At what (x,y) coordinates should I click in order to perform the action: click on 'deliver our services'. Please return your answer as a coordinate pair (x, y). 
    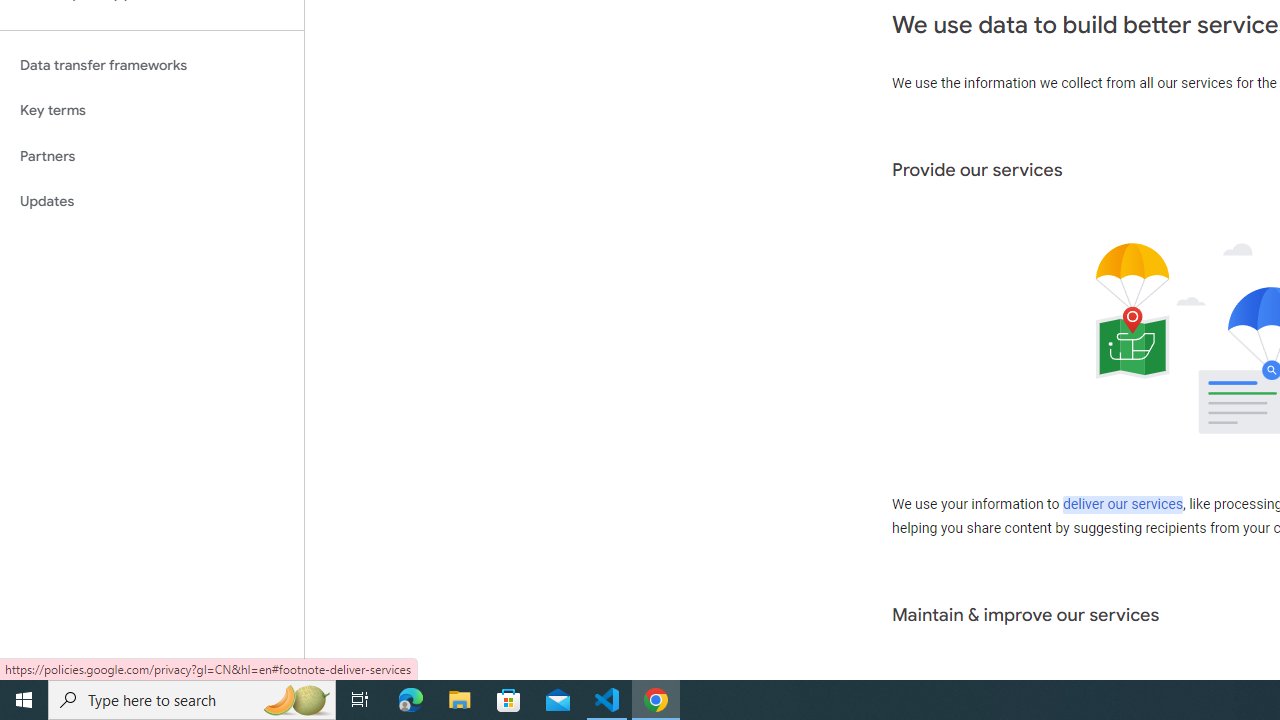
    Looking at the image, I should click on (1122, 504).